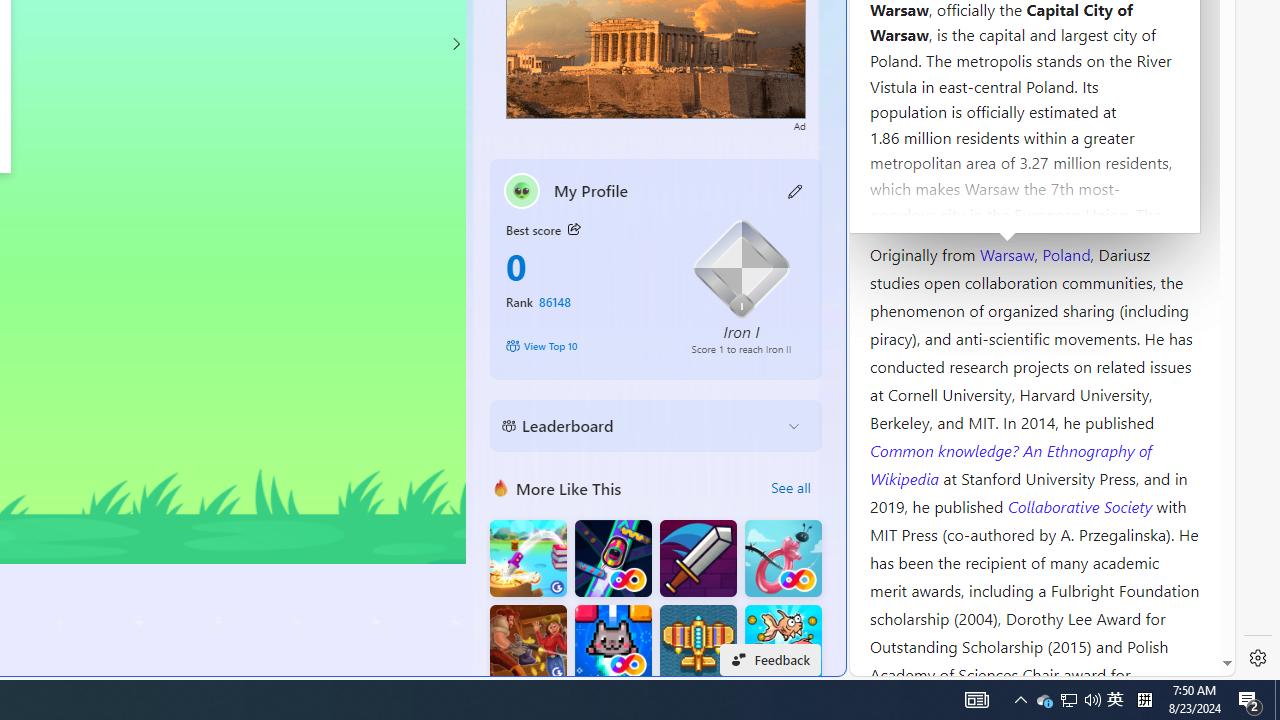 This screenshot has height=720, width=1280. What do you see at coordinates (454, 43) in the screenshot?
I see `'Class: control'` at bounding box center [454, 43].